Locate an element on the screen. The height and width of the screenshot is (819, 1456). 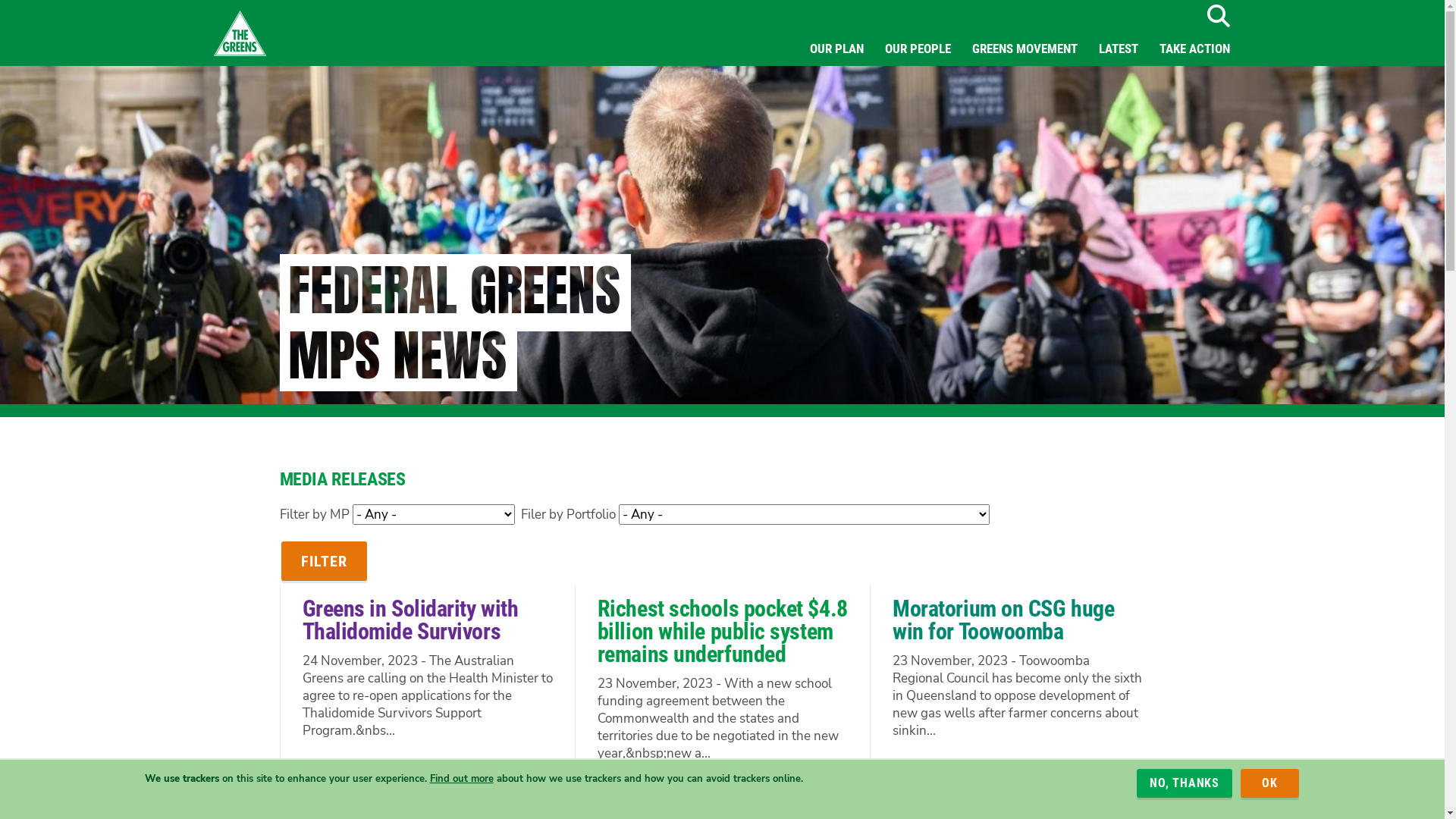
'GREENS MOVEMENT' is located at coordinates (1025, 48).